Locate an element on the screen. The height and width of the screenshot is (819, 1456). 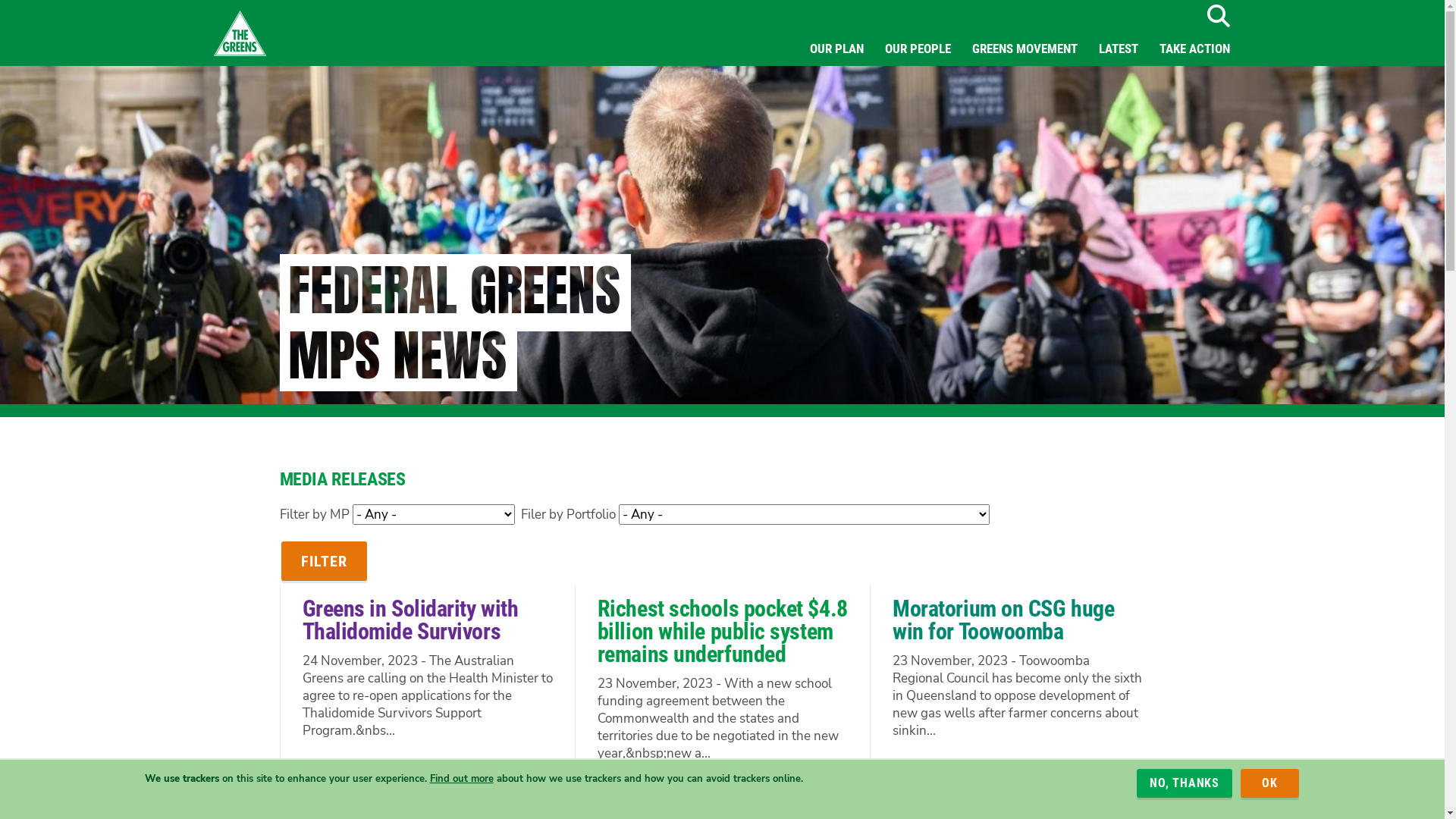
'GREENS MOVEMENT' is located at coordinates (1025, 48).